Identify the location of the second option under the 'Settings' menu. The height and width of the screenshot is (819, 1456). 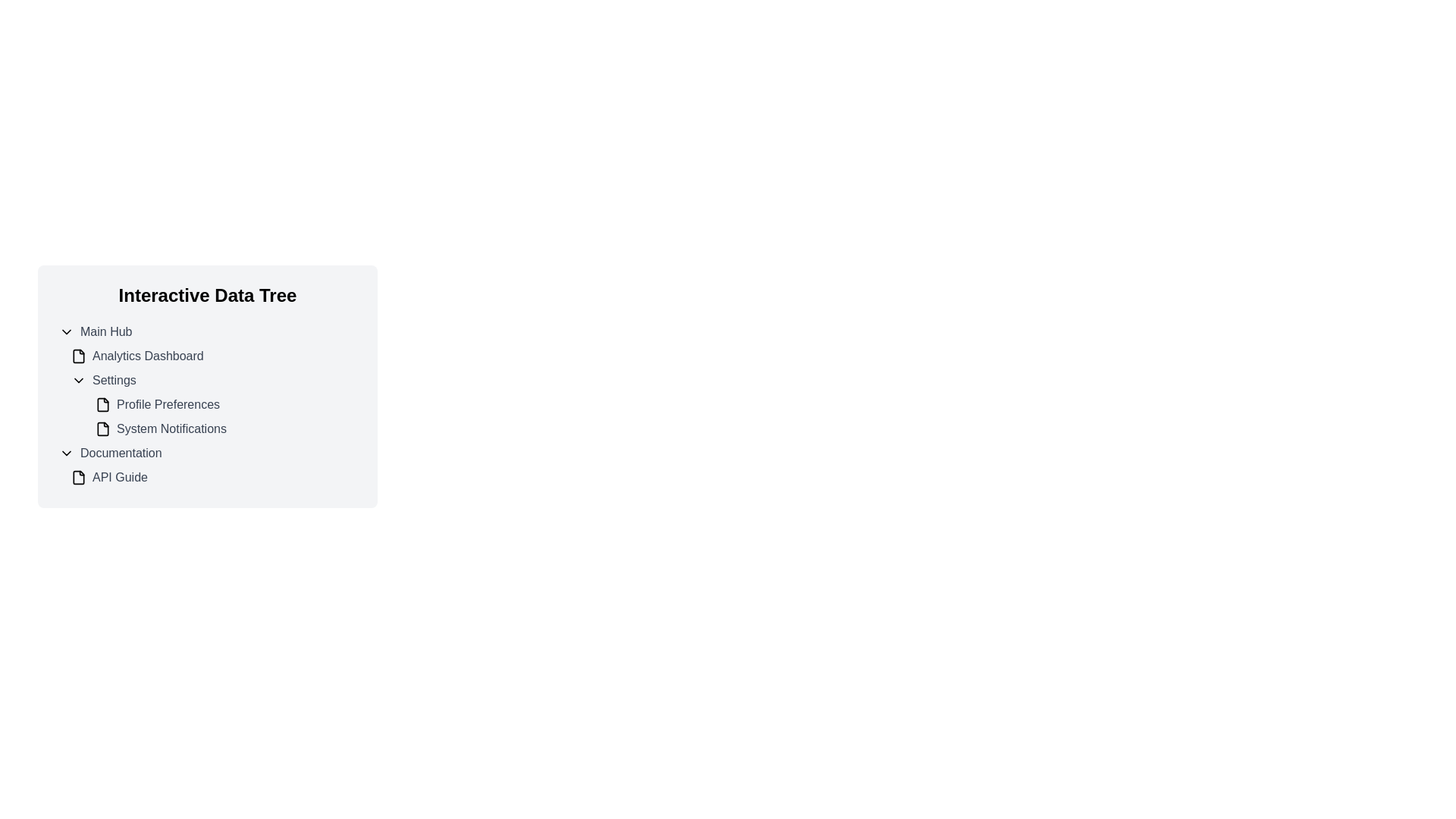
(224, 403).